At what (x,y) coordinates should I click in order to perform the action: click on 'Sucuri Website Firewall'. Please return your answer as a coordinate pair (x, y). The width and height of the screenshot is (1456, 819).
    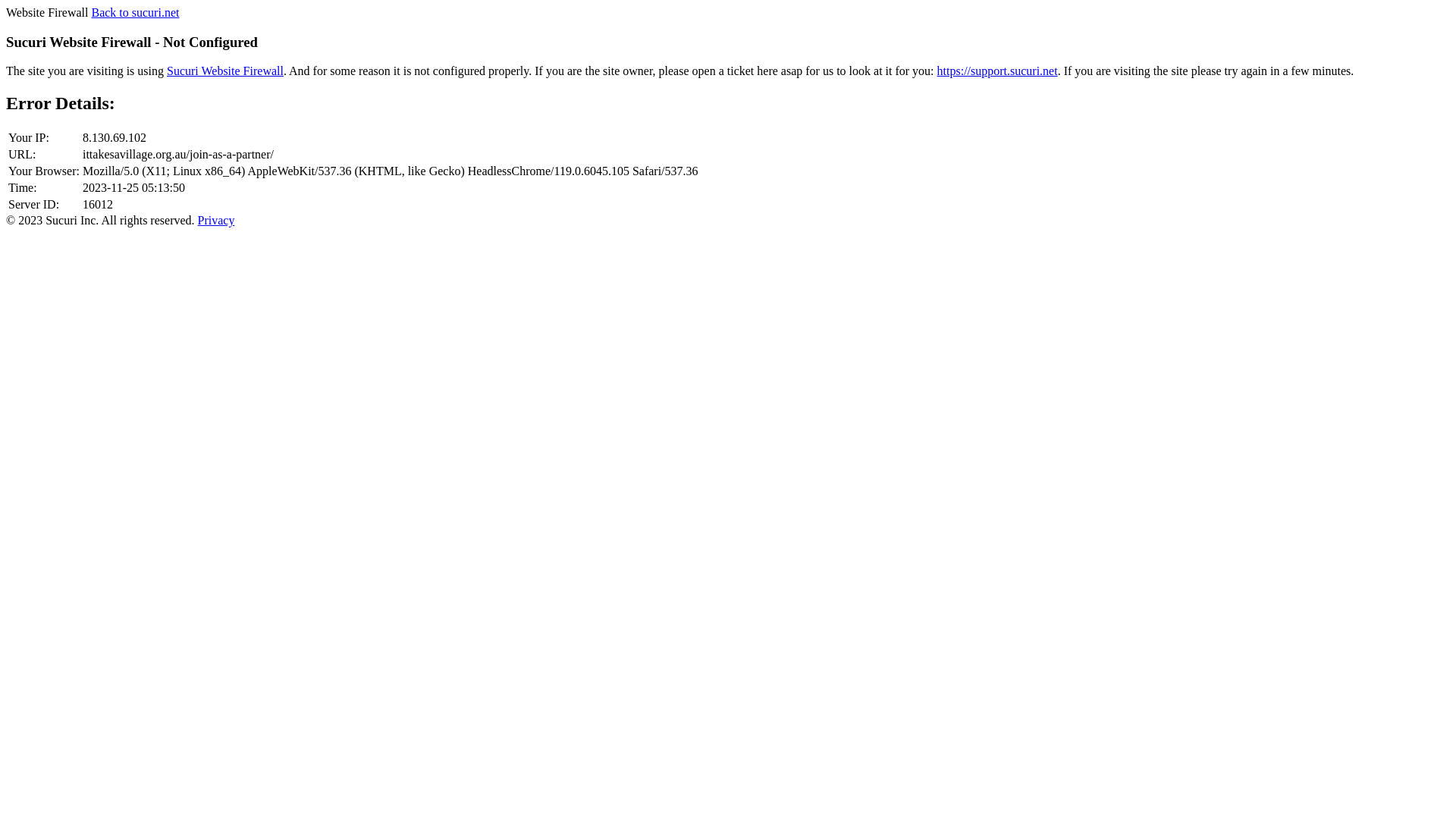
    Looking at the image, I should click on (167, 71).